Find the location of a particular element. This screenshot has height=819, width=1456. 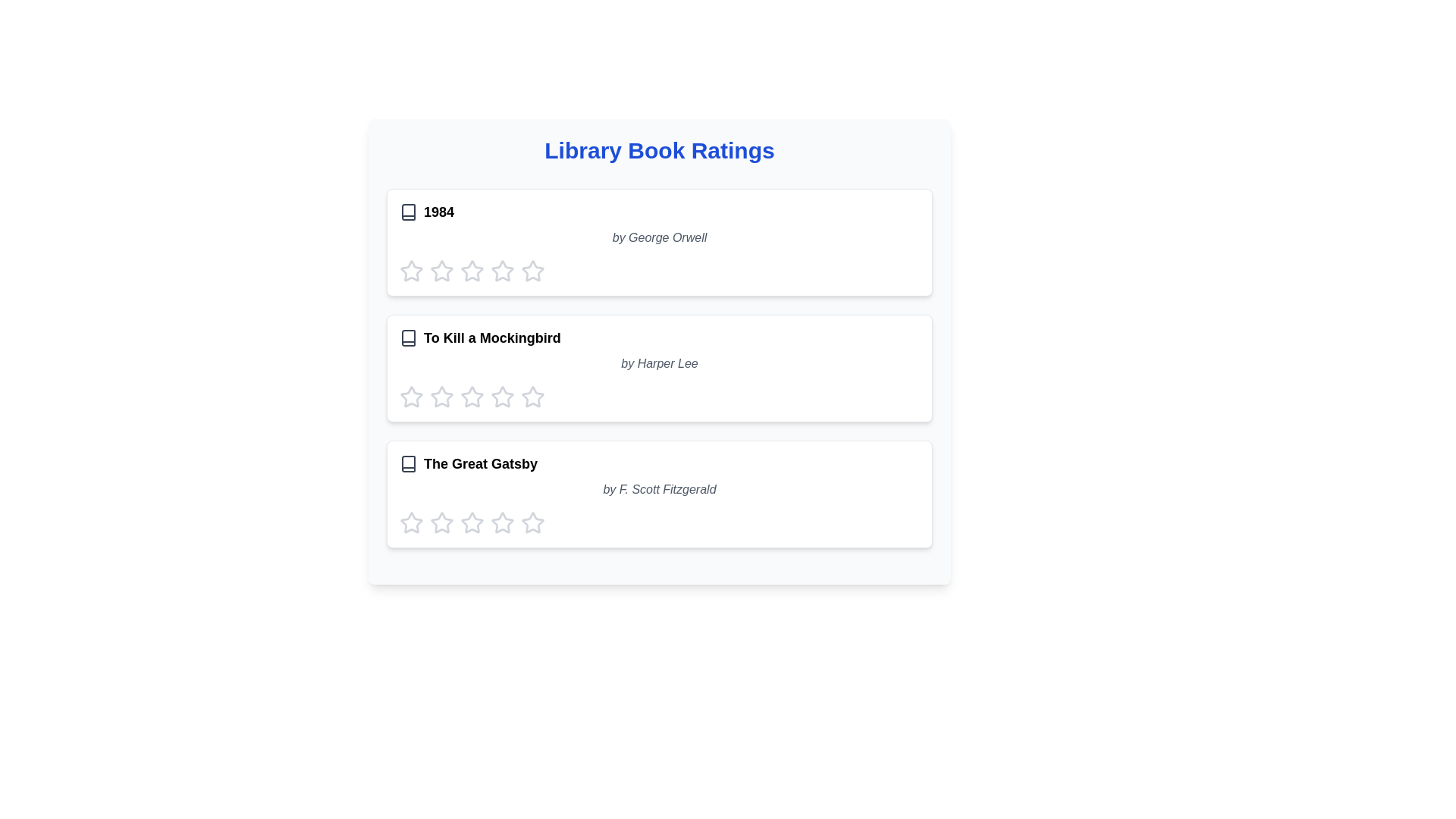

the interactive rating card for the book 'The Great Gatsby', which is the third card in a vertically stacked list of book entries is located at coordinates (659, 494).